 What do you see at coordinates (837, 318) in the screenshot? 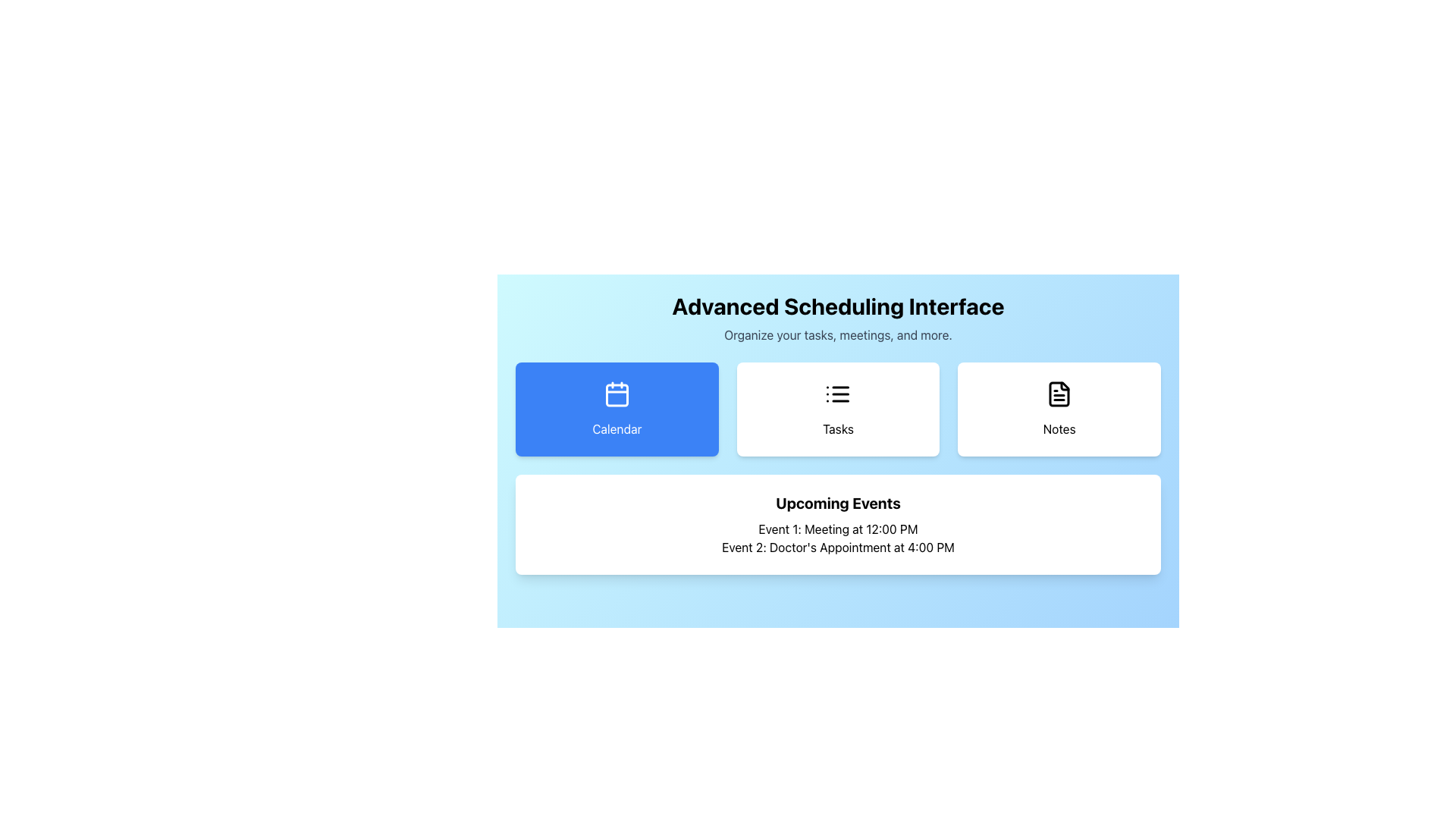
I see `the Text block (Header and Subtitle) that provides context for the application interface, positioned at the top-center above the interactive buttons` at bounding box center [837, 318].